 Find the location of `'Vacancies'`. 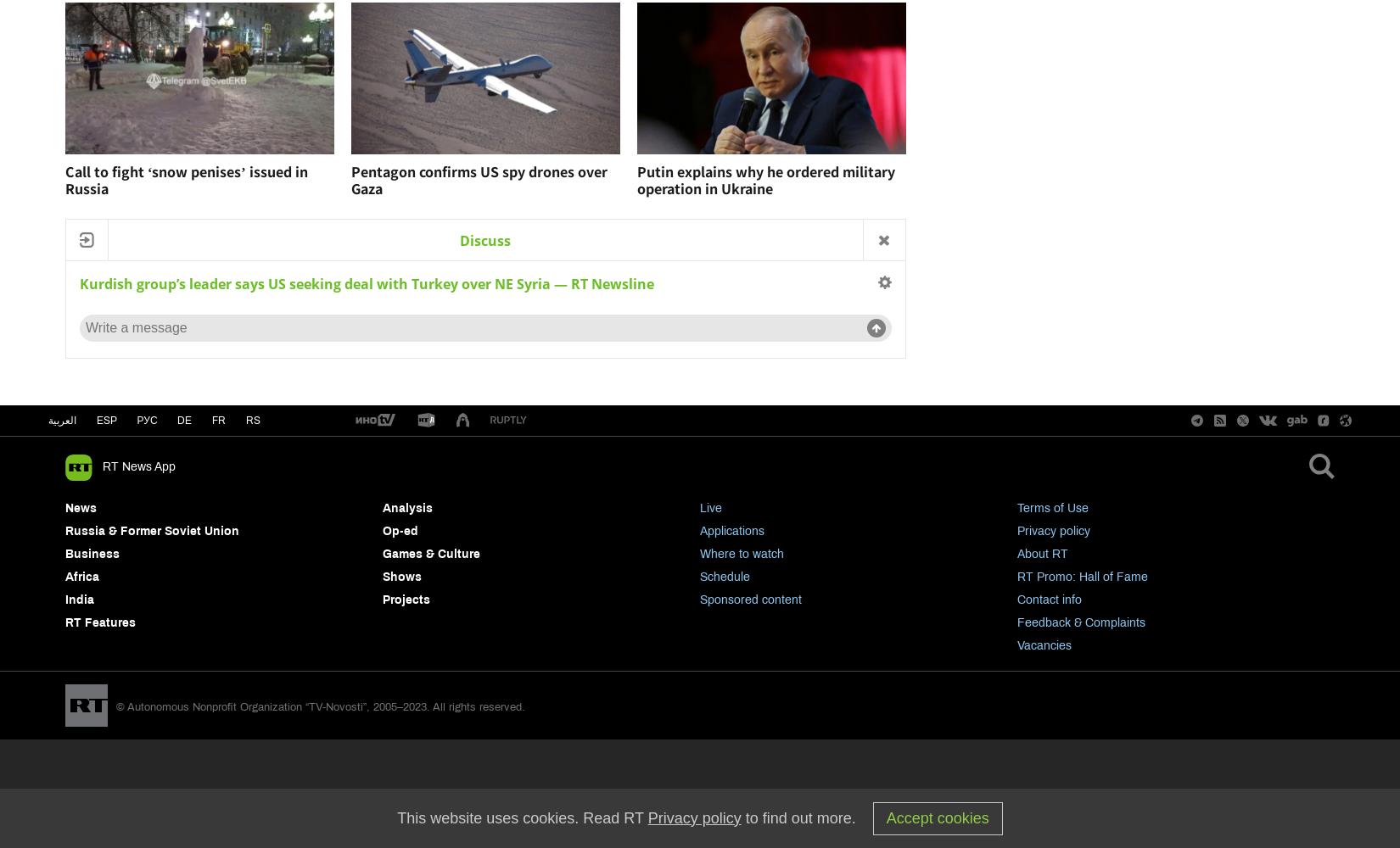

'Vacancies' is located at coordinates (1044, 645).